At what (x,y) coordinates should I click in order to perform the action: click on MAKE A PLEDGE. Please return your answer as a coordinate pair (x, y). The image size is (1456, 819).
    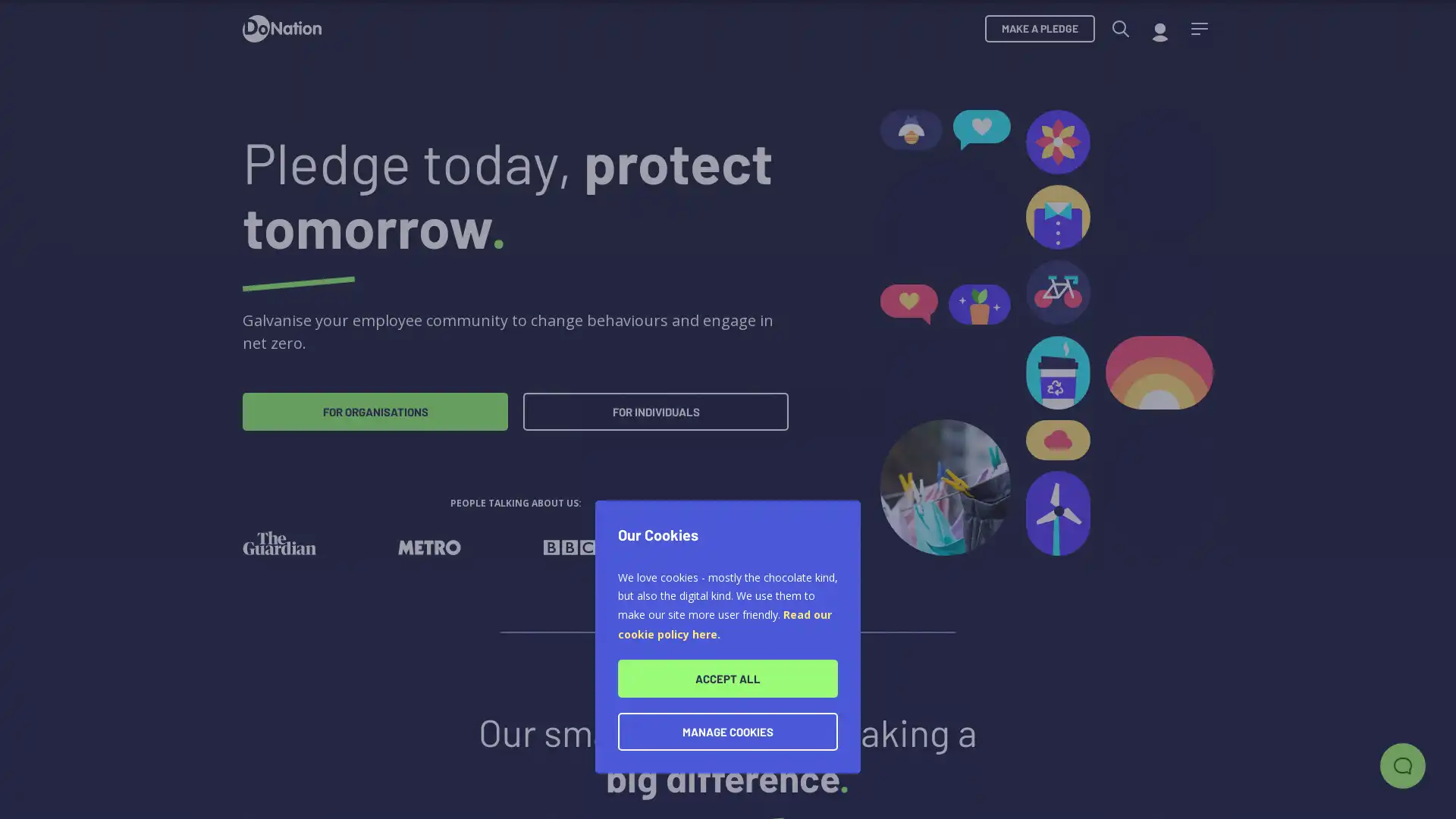
    Looking at the image, I should click on (1039, 29).